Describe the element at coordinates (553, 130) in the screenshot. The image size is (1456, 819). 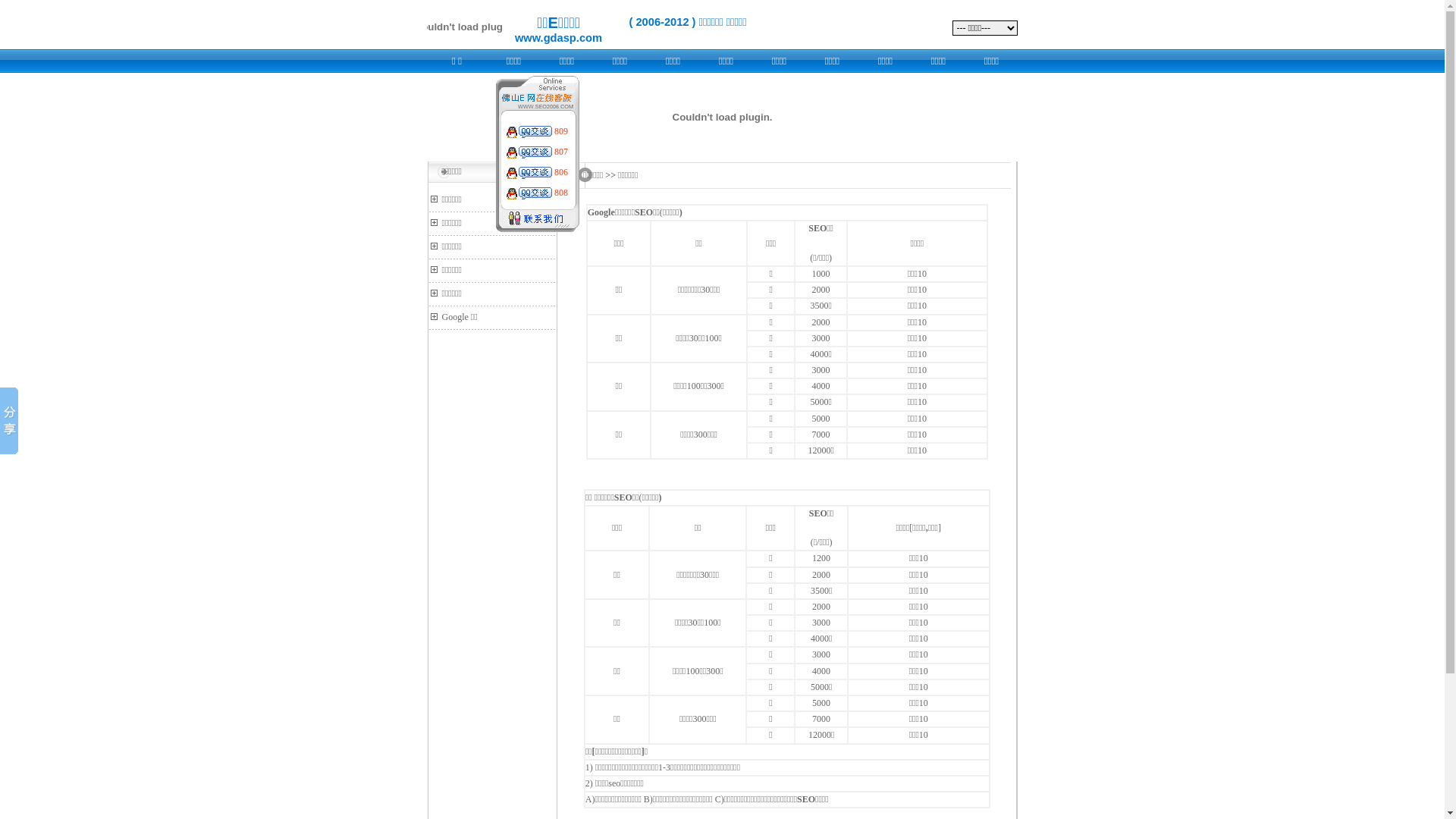
I see `'809'` at that location.